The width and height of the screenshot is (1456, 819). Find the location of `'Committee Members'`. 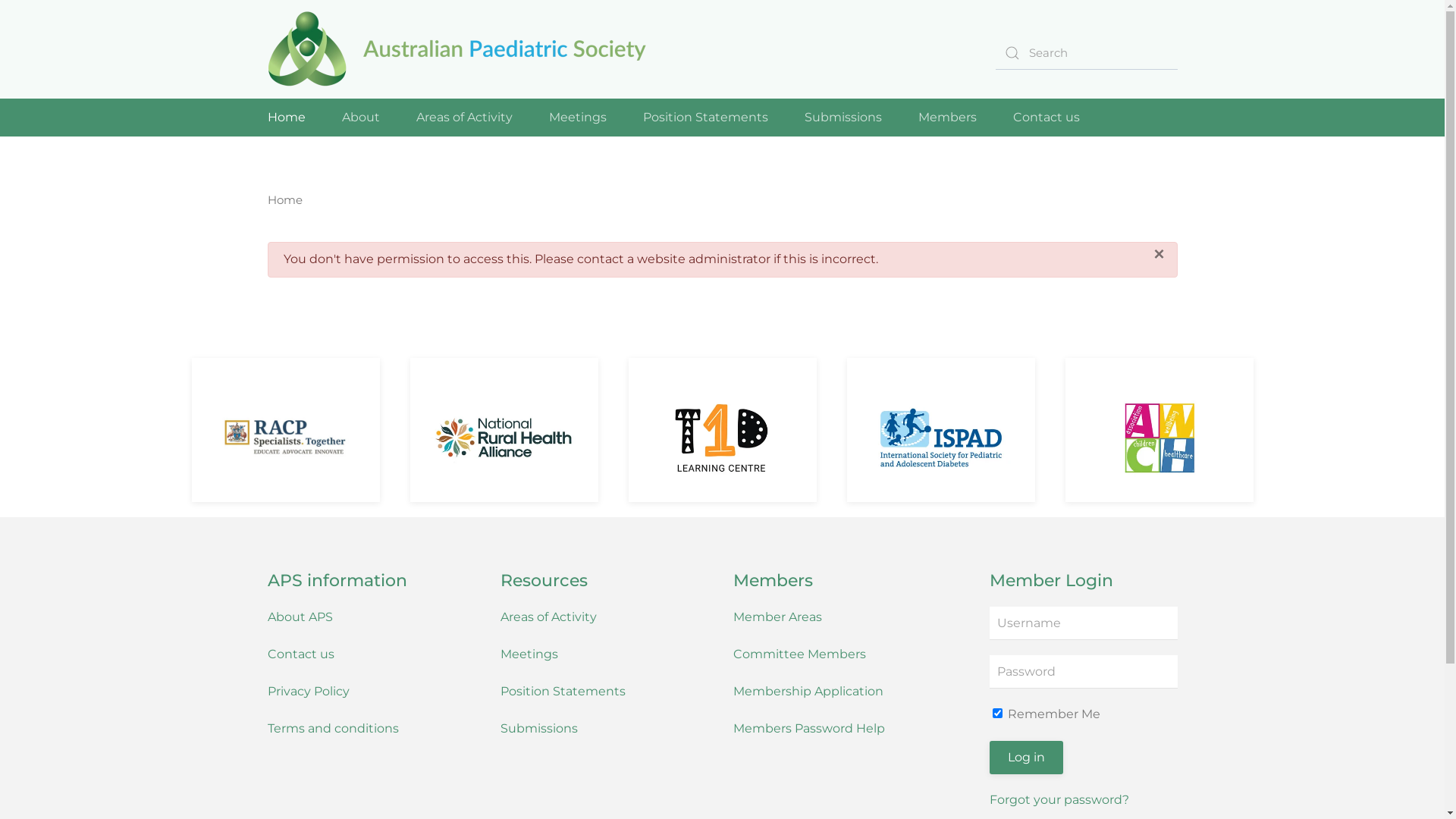

'Committee Members' is located at coordinates (799, 653).